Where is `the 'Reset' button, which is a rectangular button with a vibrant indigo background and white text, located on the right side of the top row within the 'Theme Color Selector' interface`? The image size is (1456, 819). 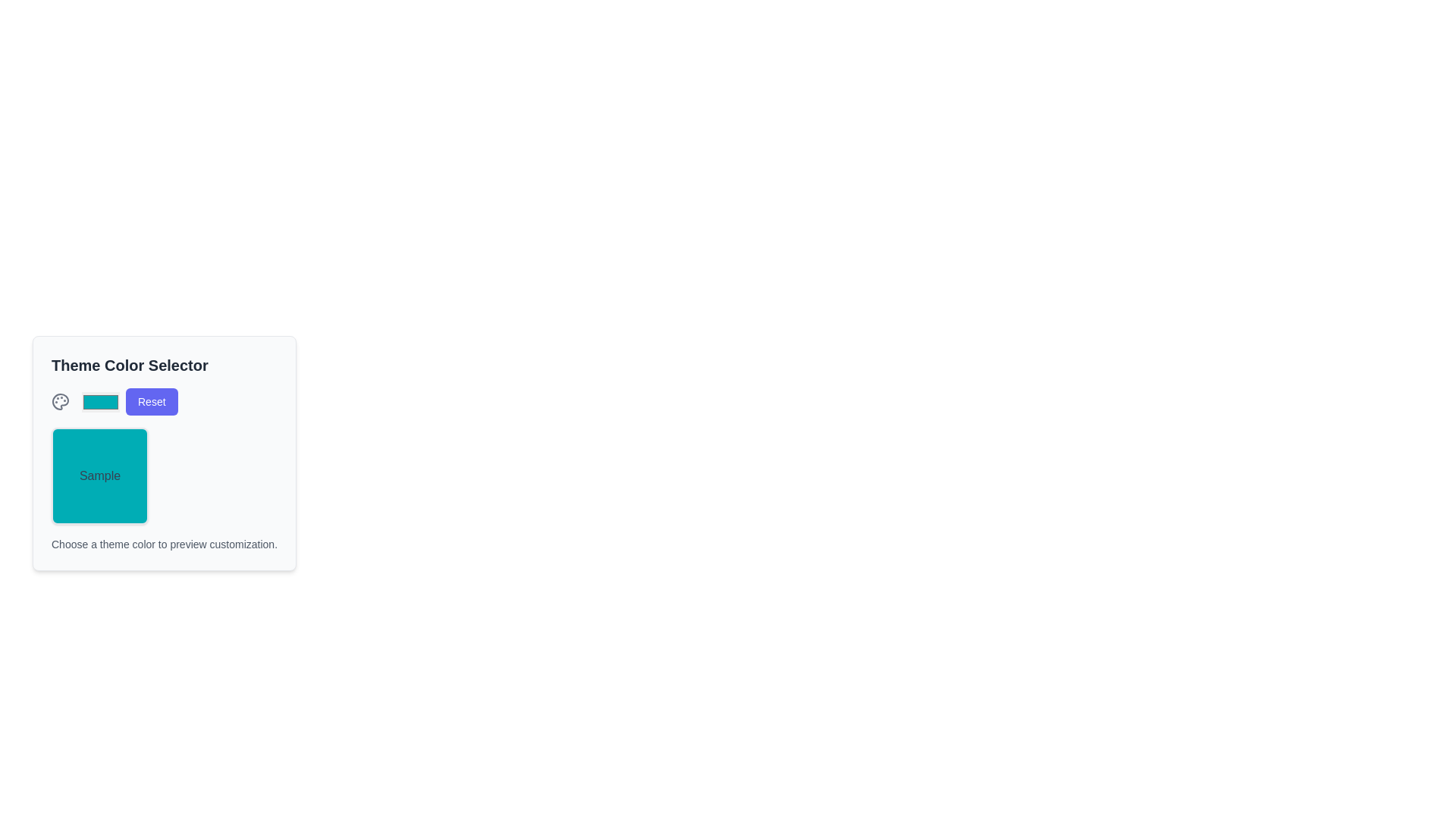
the 'Reset' button, which is a rectangular button with a vibrant indigo background and white text, located on the right side of the top row within the 'Theme Color Selector' interface is located at coordinates (152, 400).